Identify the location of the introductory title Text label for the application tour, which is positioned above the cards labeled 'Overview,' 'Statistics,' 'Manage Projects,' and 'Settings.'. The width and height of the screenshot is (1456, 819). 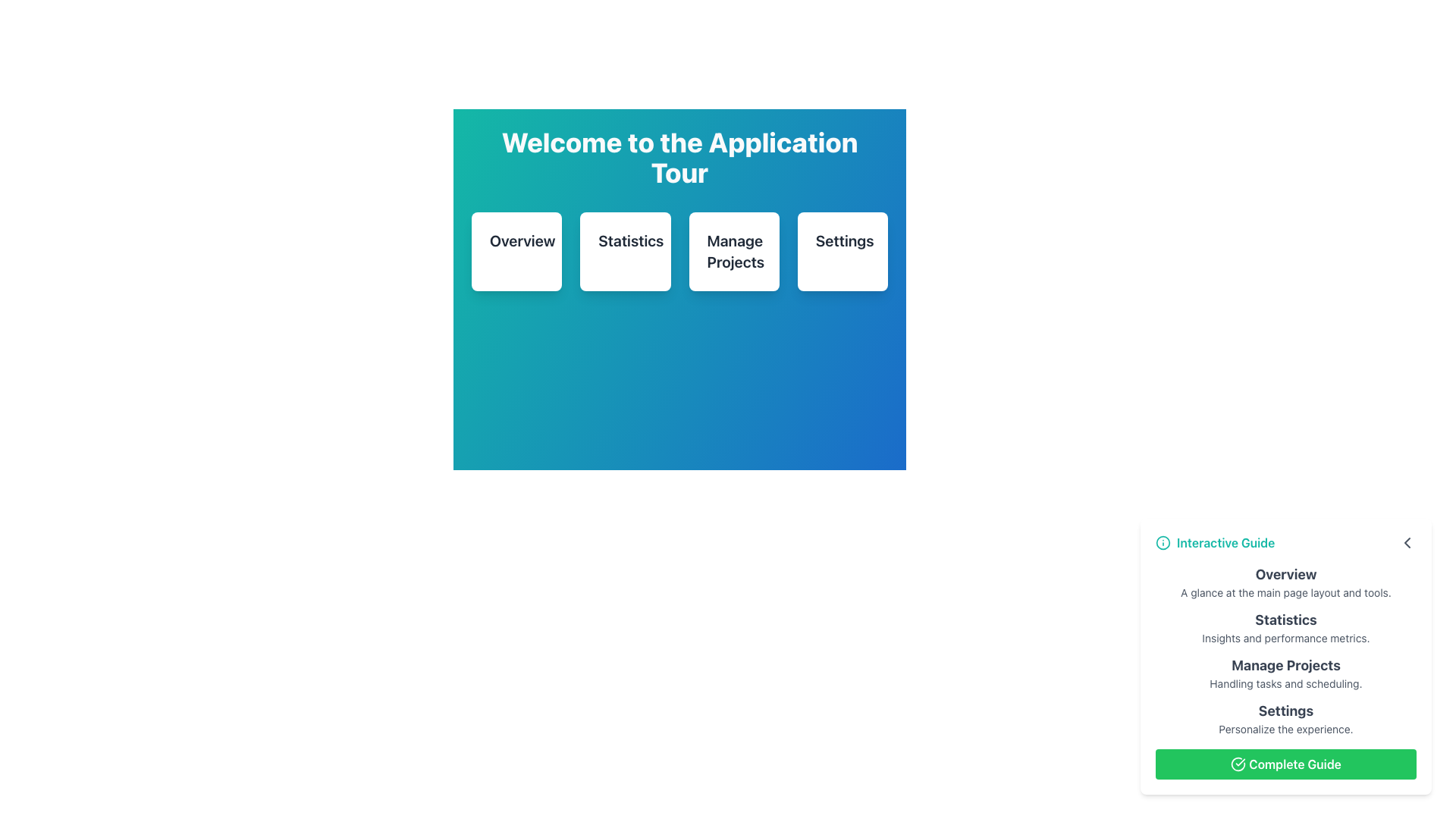
(679, 158).